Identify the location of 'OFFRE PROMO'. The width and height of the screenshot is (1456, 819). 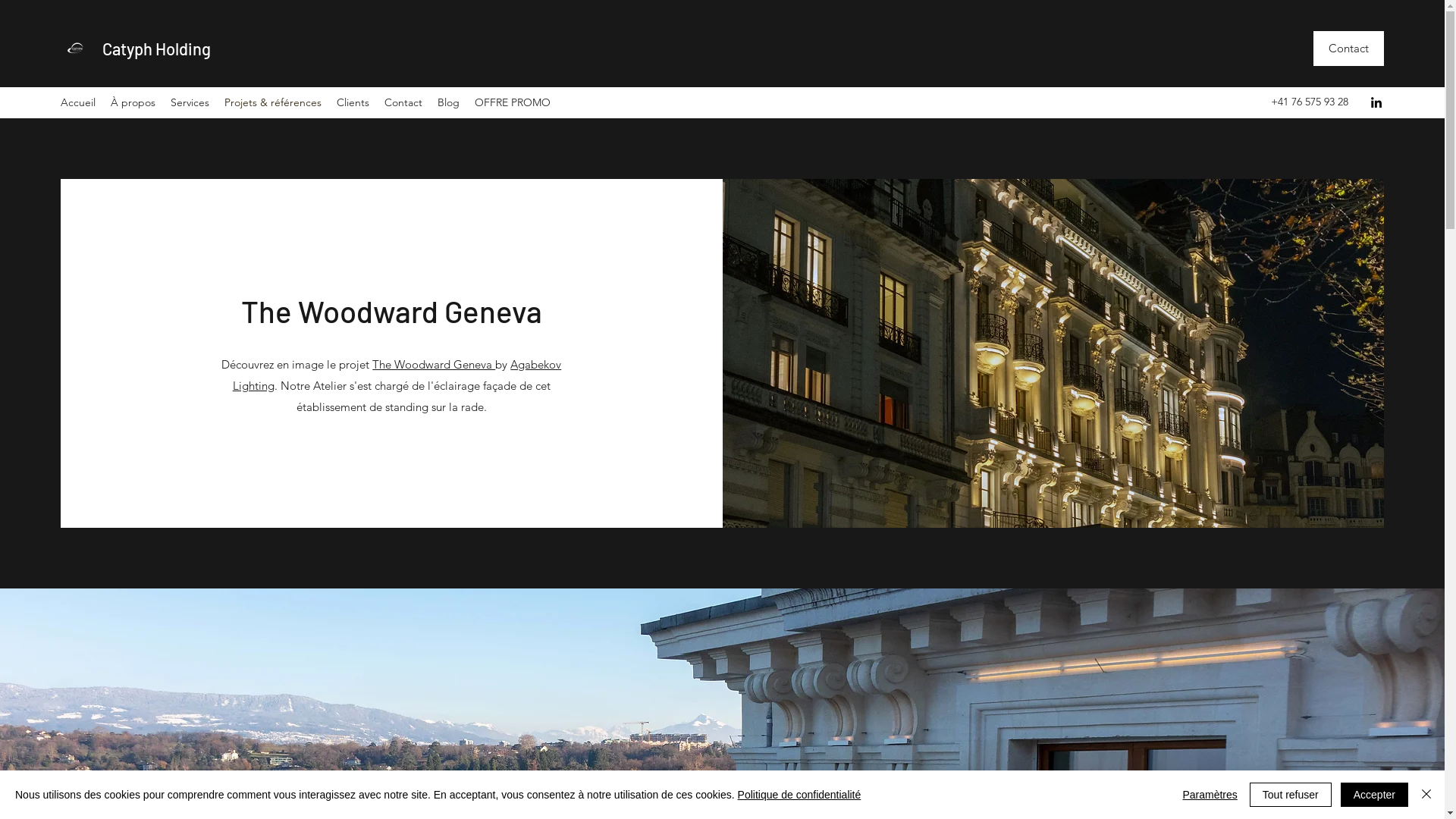
(513, 102).